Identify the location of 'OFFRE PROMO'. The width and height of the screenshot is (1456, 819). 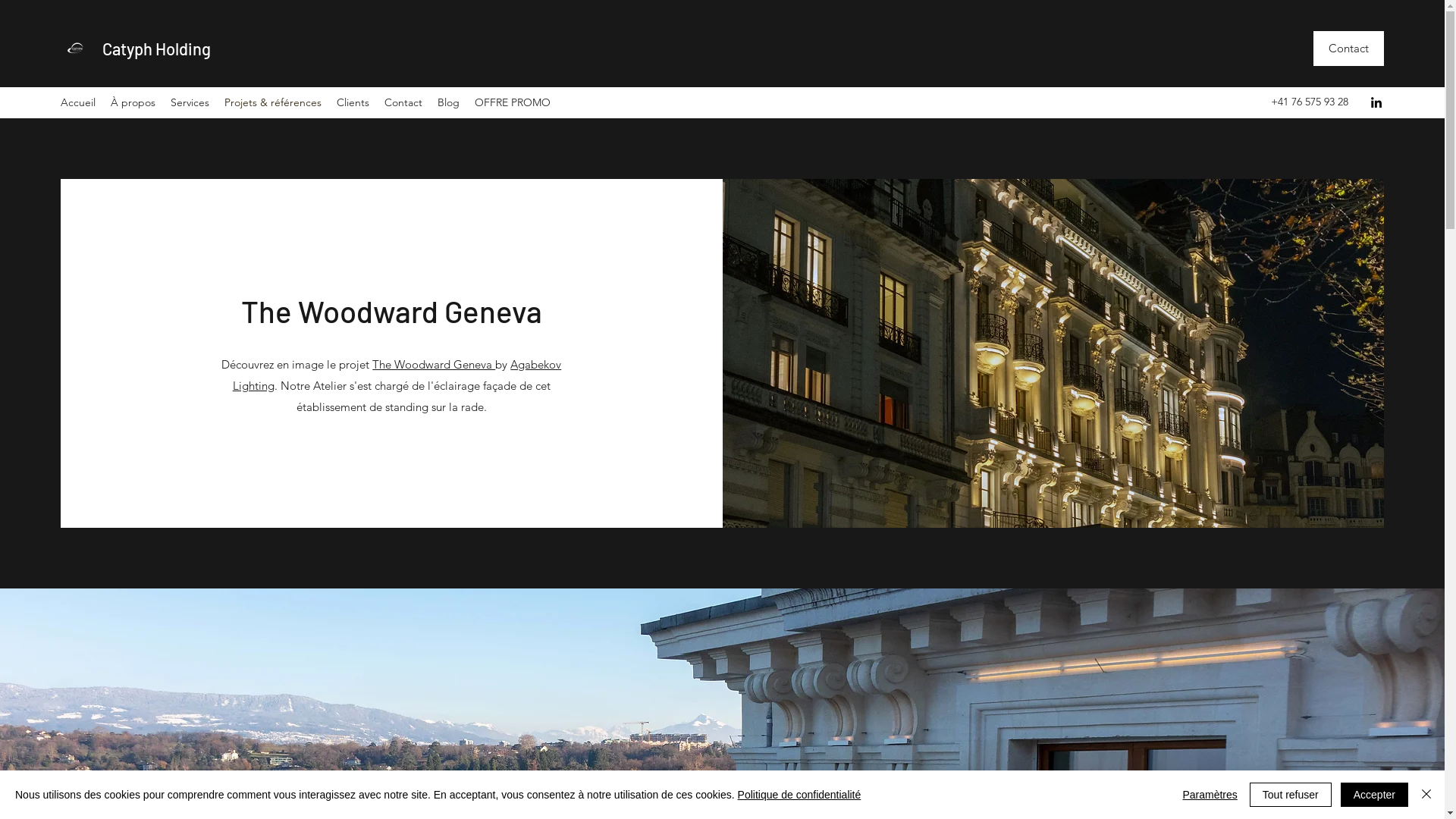
(513, 102).